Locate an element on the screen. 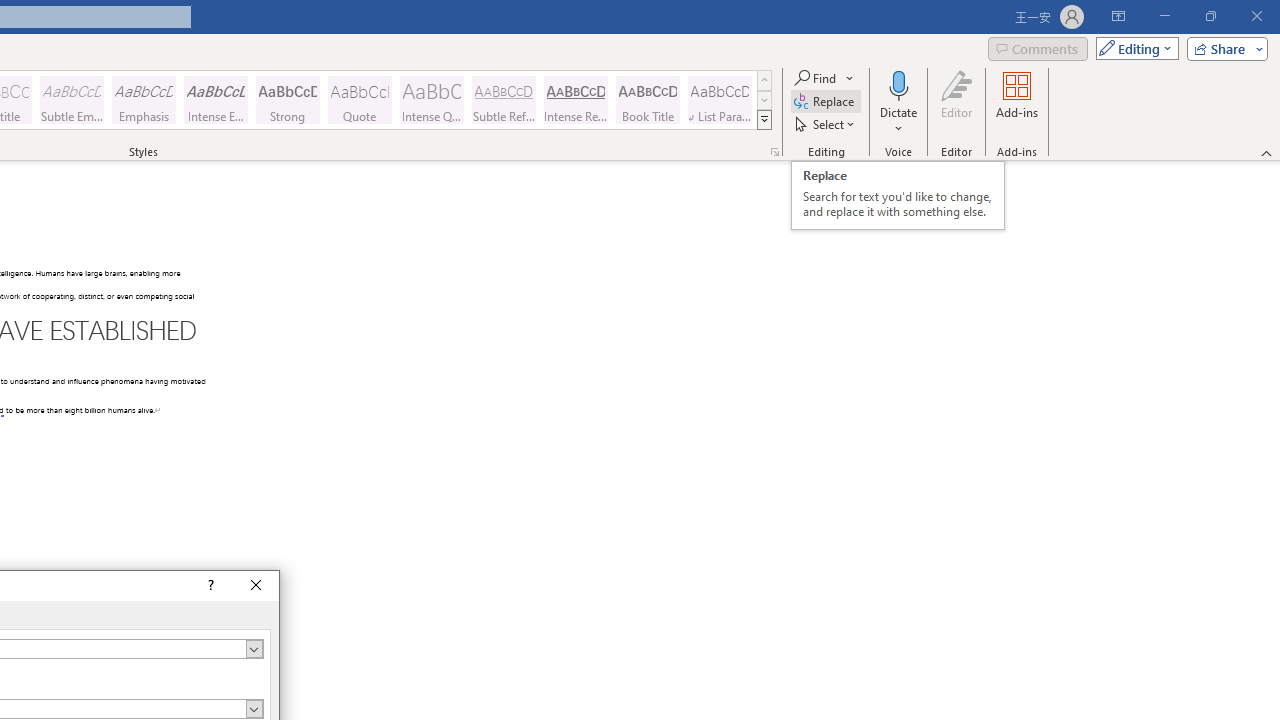 The height and width of the screenshot is (720, 1280). 'Quote' is located at coordinates (359, 100).